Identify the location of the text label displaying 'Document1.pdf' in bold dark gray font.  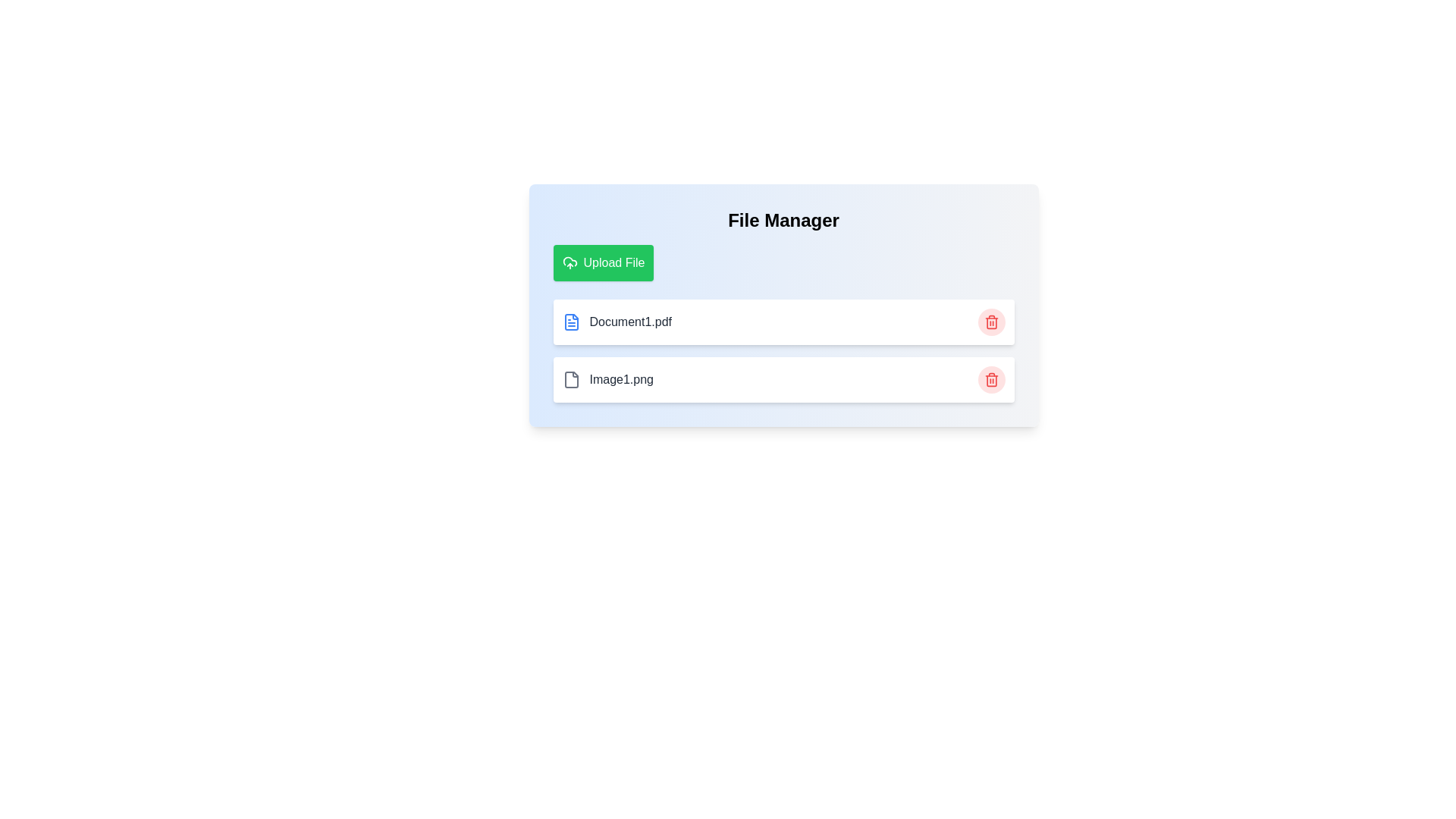
(630, 321).